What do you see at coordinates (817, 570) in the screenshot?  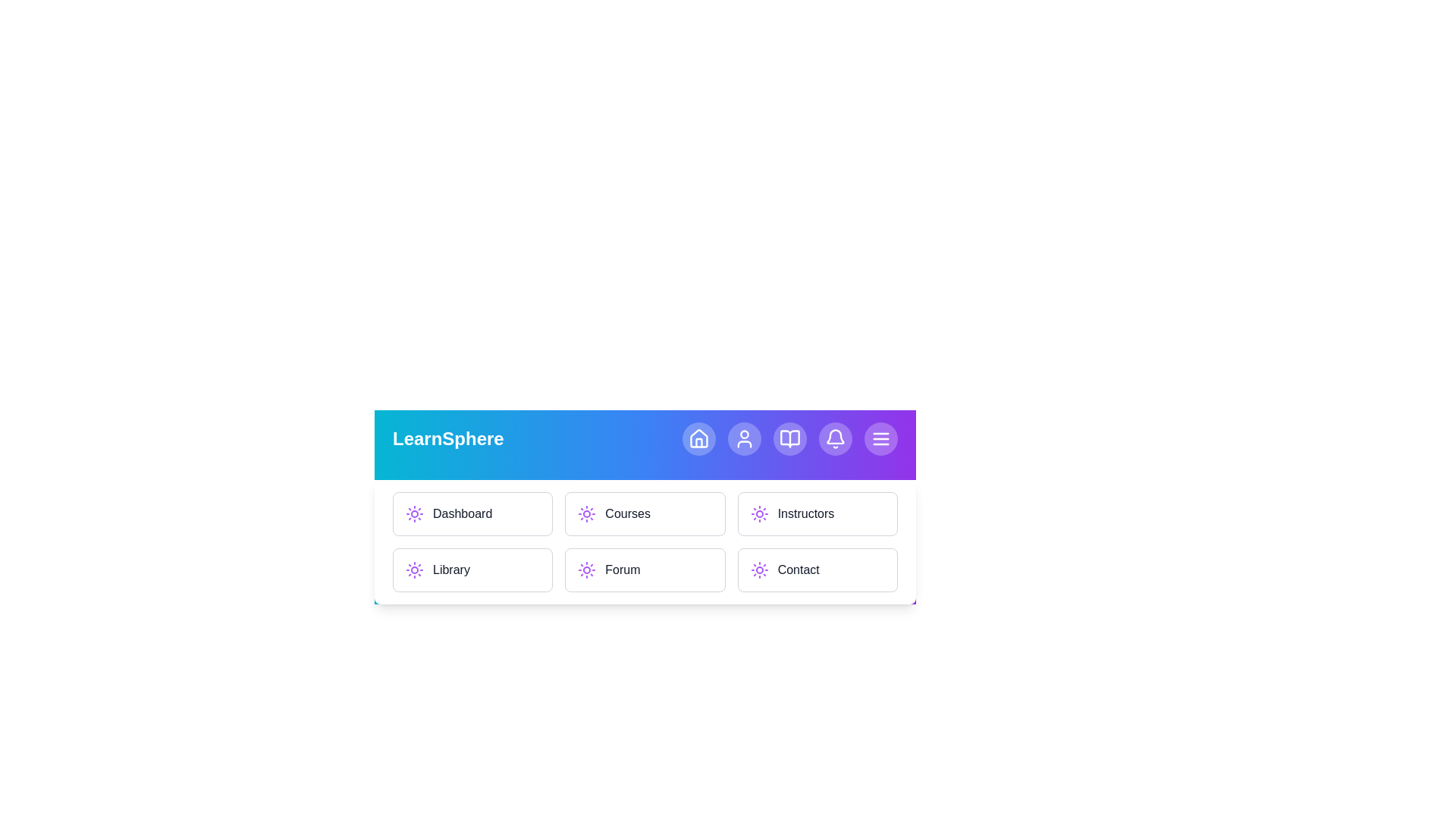 I see `the menu item Contact to navigate to the corresponding section` at bounding box center [817, 570].